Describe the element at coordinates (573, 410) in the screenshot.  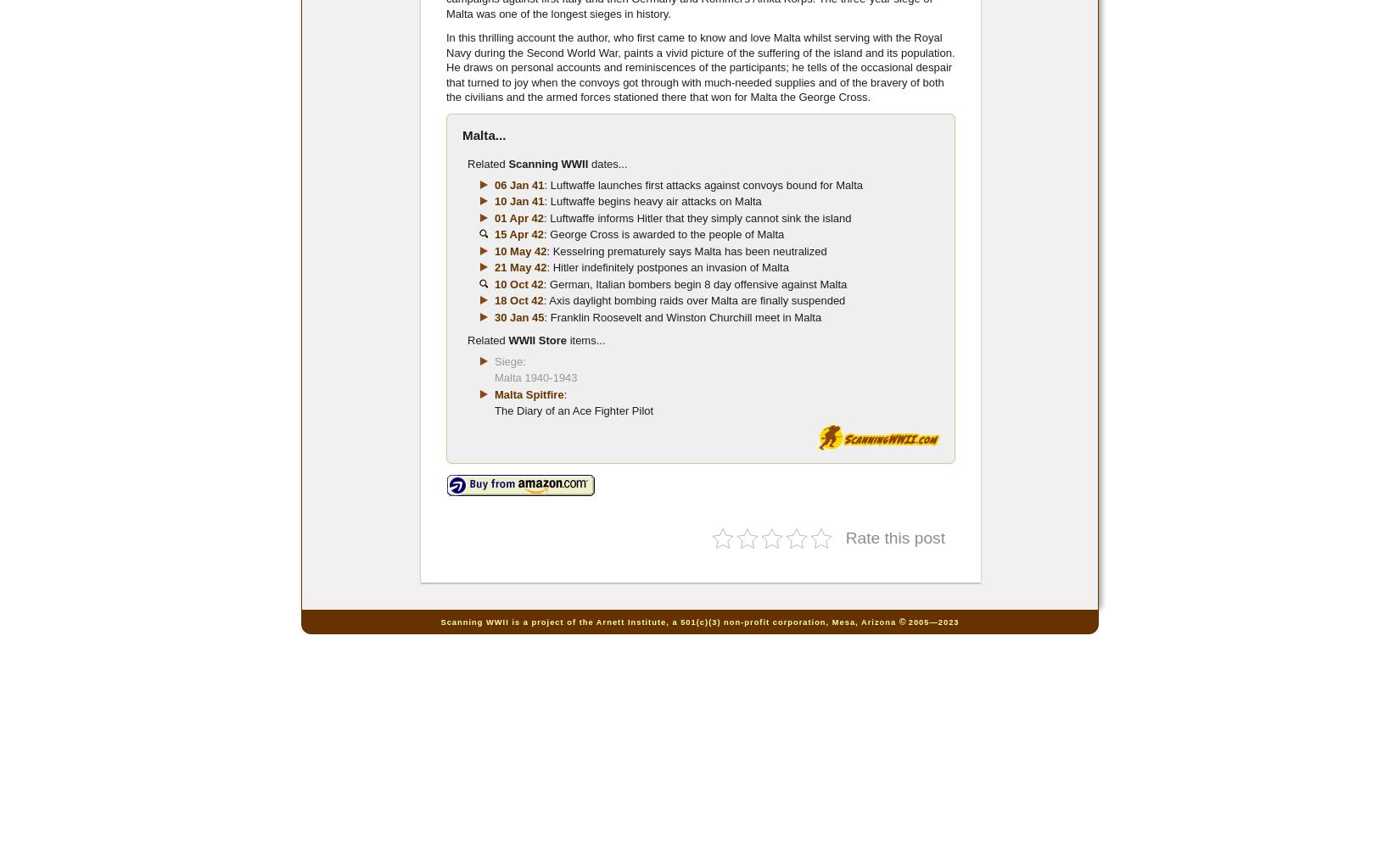
I see `'The Diary of an Ace Fighter Pilot'` at that location.